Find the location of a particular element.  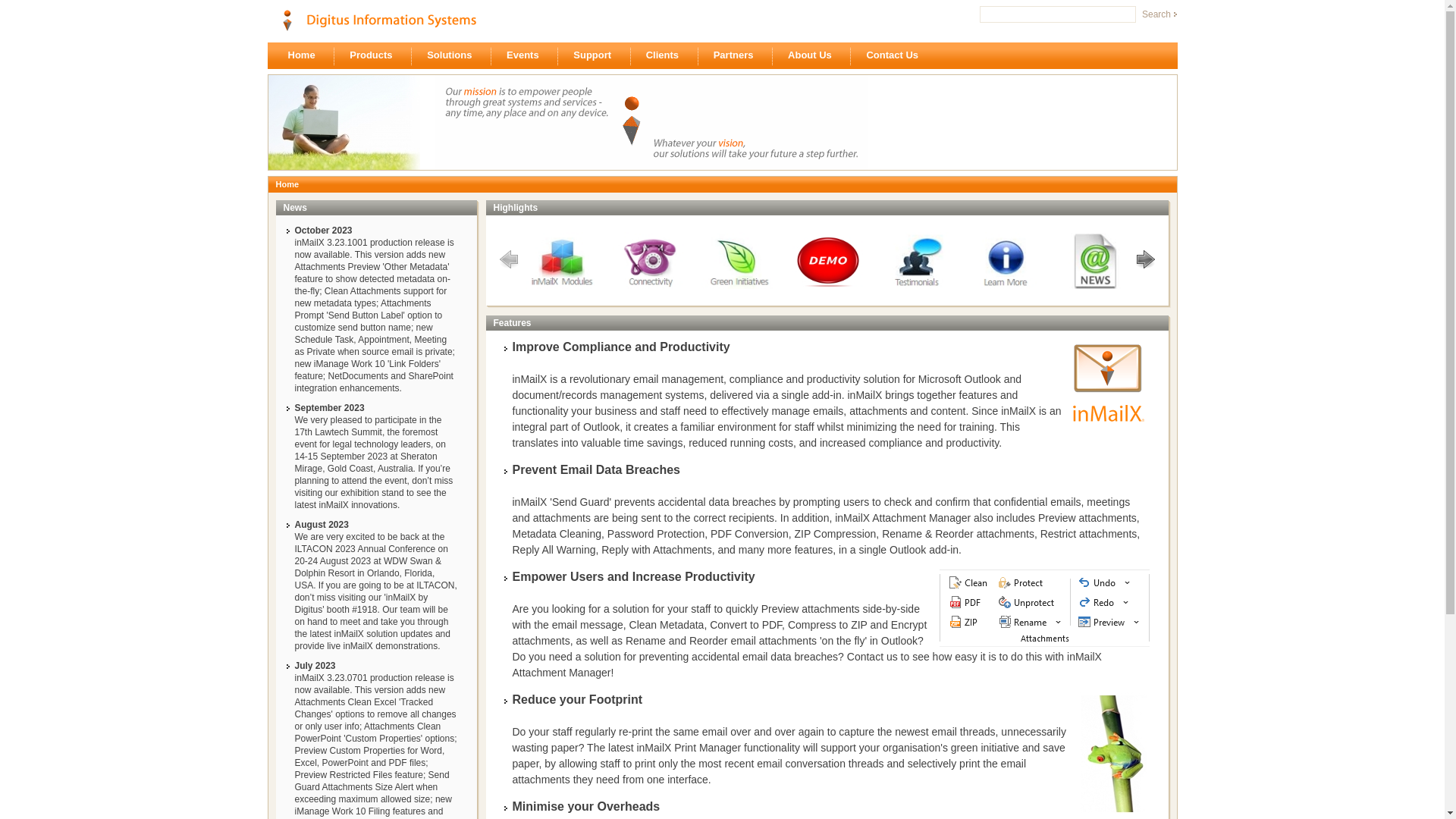

'Reduce your Footprint' is located at coordinates (577, 699).